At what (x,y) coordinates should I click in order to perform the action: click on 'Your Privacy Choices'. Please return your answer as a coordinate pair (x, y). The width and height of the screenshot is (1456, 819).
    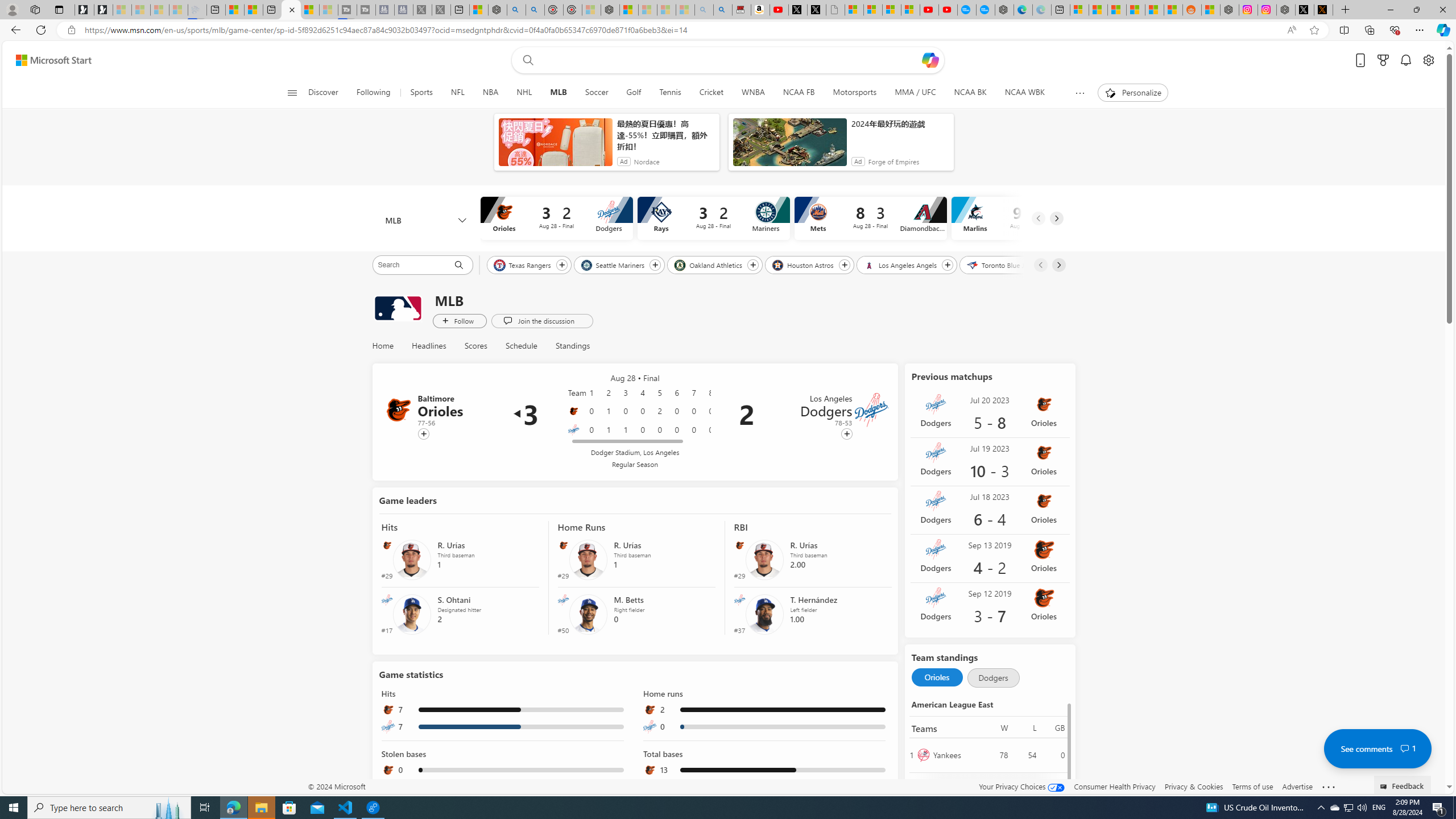
    Looking at the image, I should click on (1022, 786).